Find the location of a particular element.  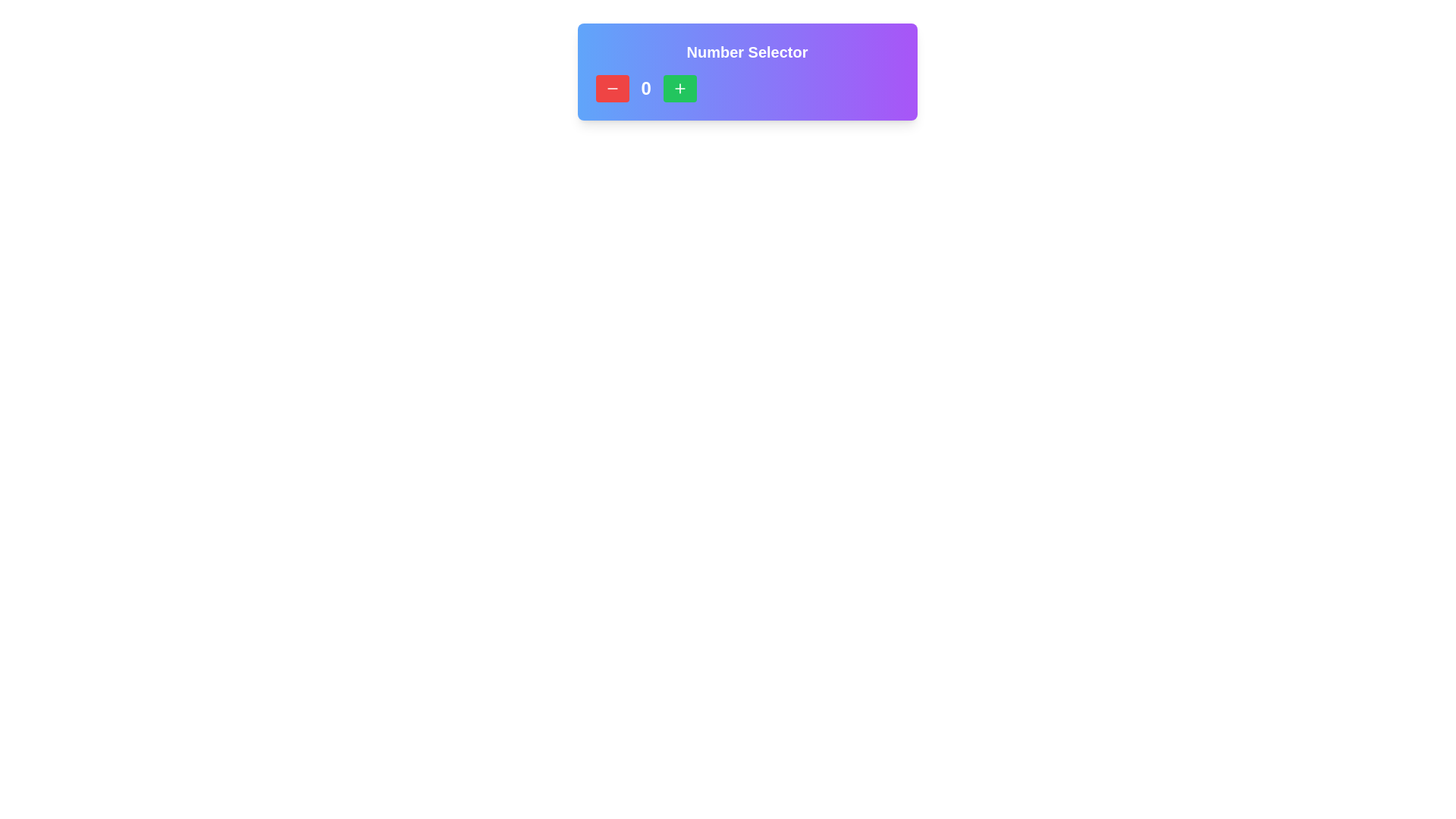

the green circular button with a white plus sign to increment the value is located at coordinates (679, 88).